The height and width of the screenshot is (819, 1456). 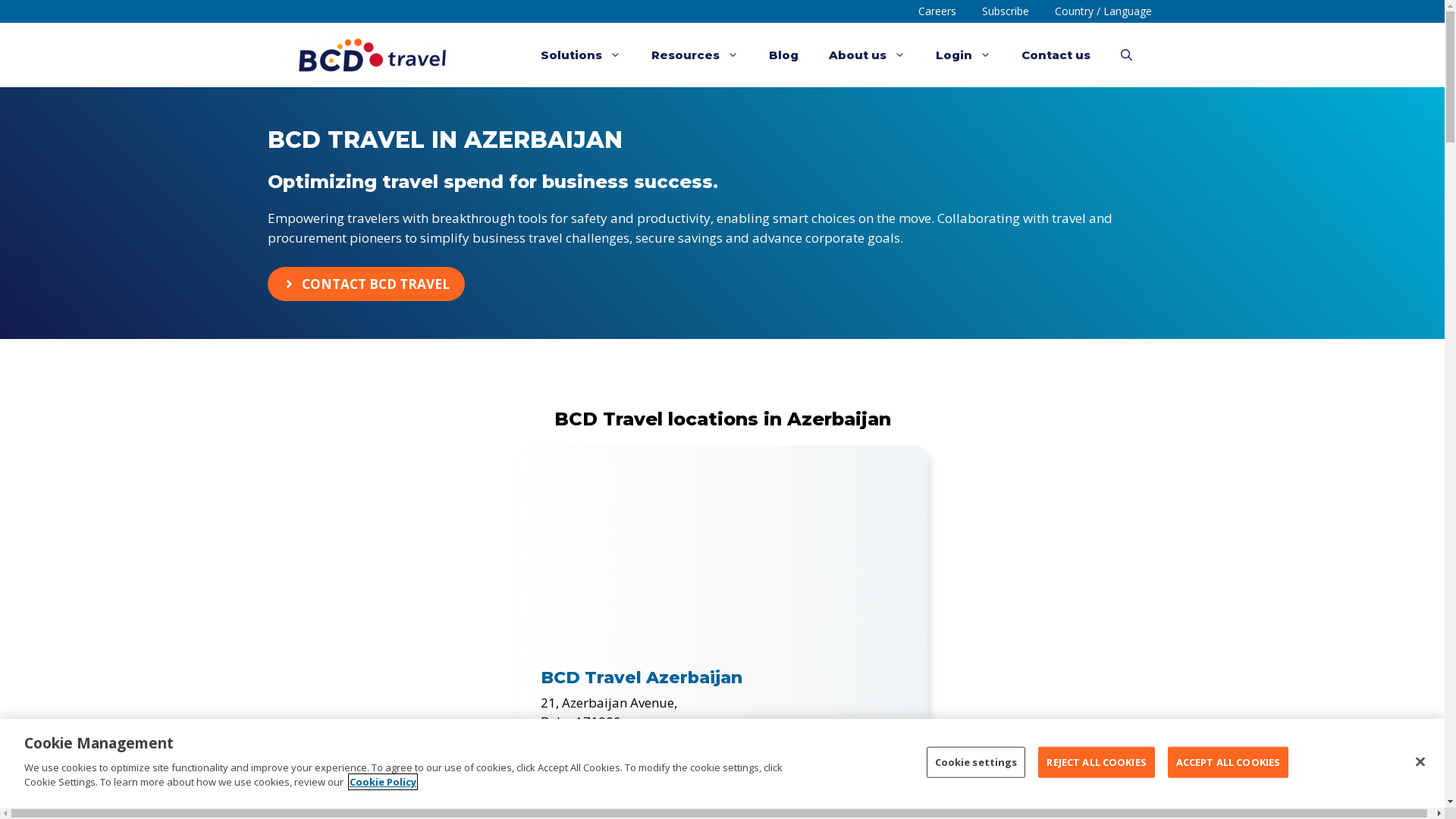 I want to click on 'Login', so click(x=962, y=54).